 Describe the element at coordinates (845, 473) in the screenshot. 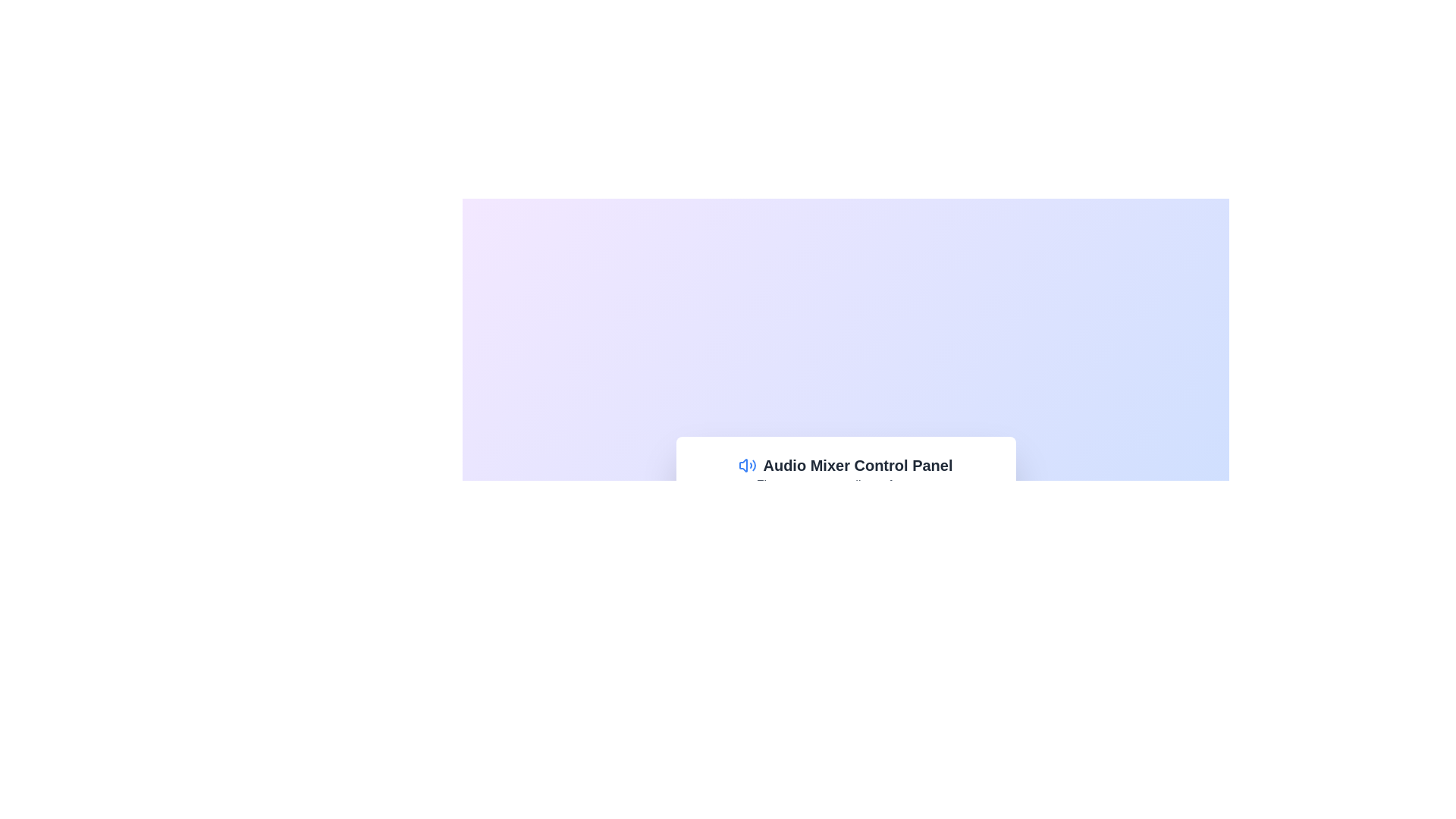

I see `the context of the Text header with an icon at the top of the audio control panel, which provides a title and description for users` at that location.